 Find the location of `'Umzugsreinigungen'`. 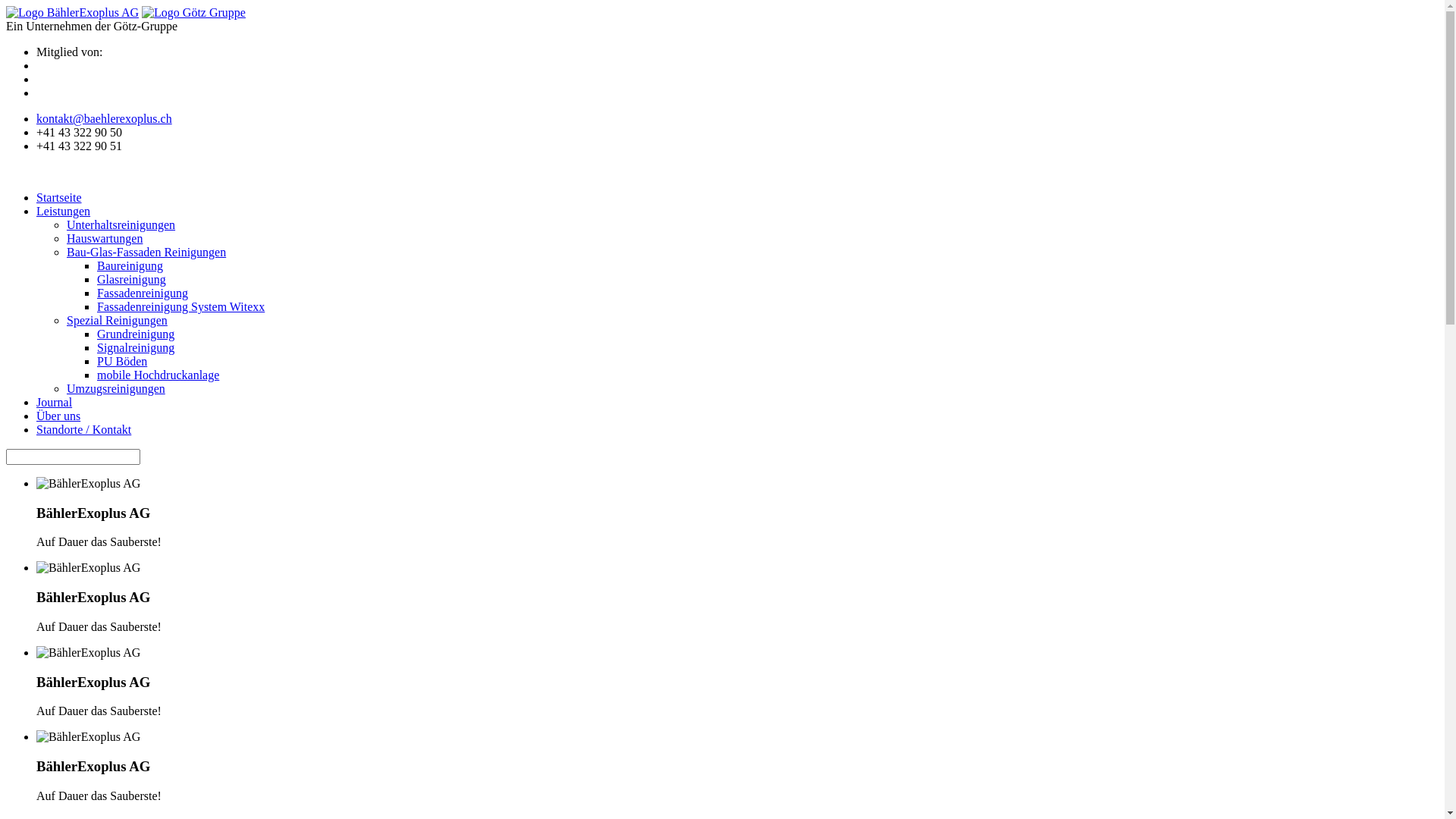

'Umzugsreinigungen' is located at coordinates (115, 388).